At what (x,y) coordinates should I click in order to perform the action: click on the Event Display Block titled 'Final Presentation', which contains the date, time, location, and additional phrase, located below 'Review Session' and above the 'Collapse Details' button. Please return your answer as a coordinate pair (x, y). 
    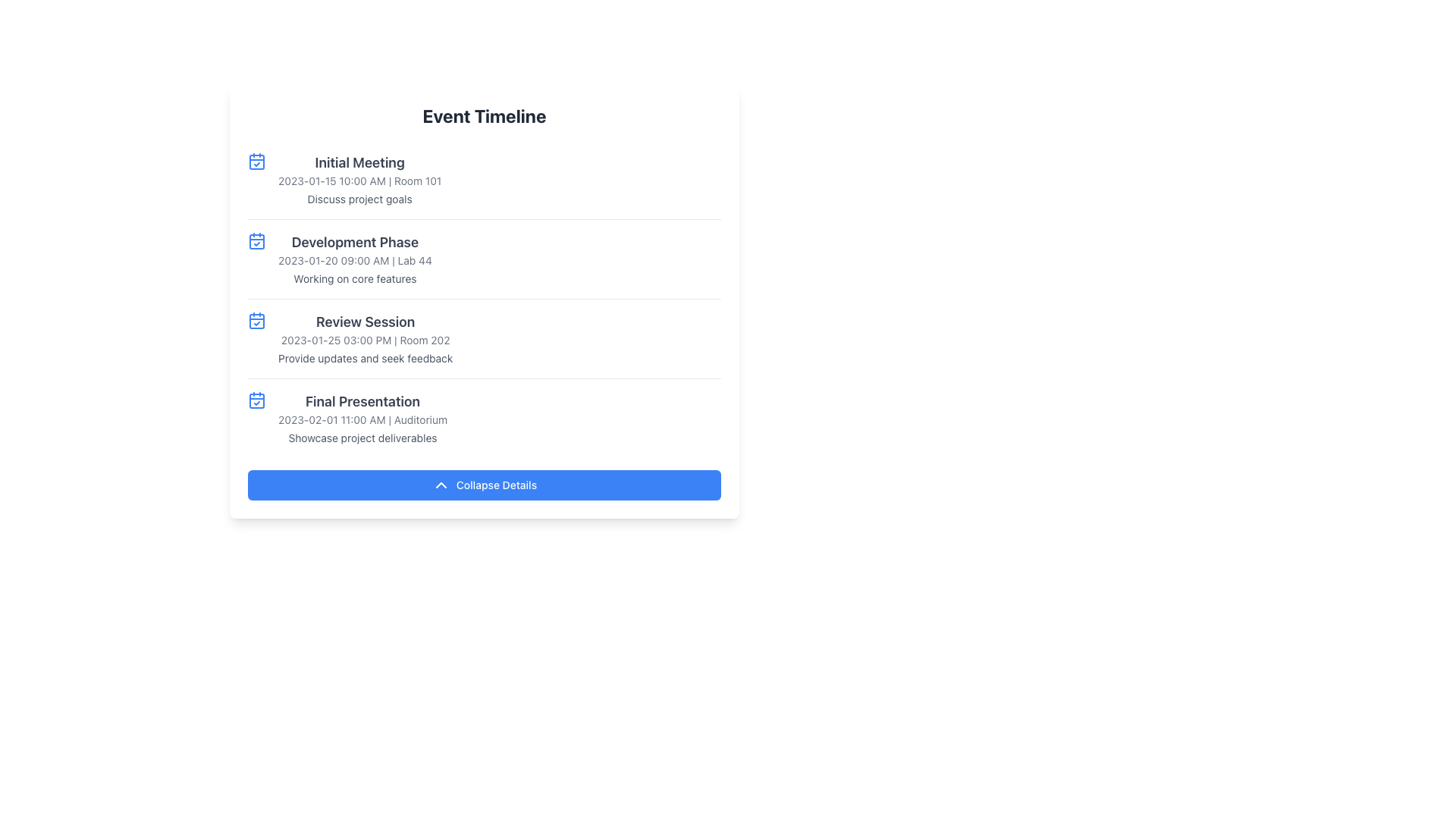
    Looking at the image, I should click on (483, 418).